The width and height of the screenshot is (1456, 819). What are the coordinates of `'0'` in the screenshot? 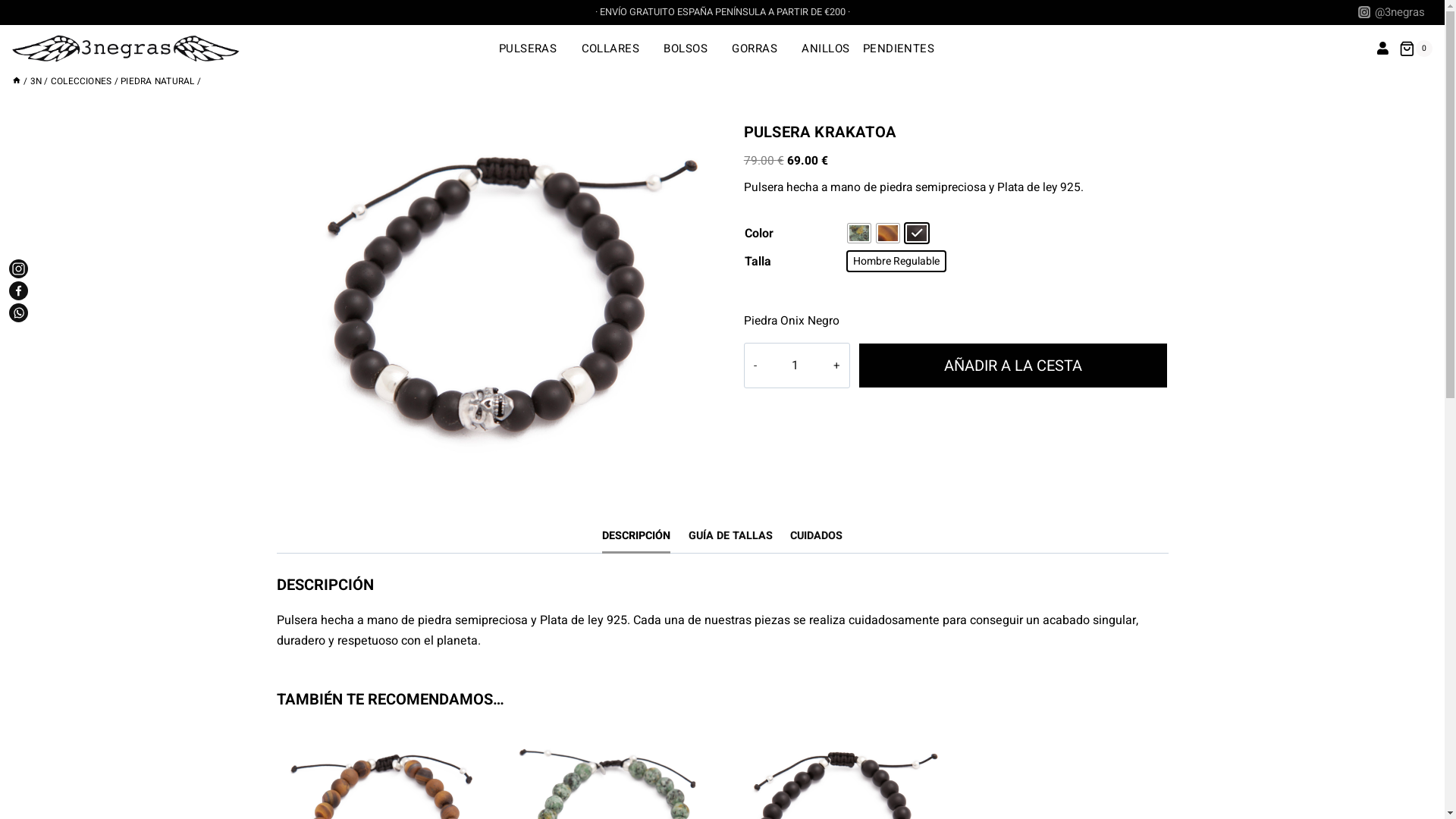 It's located at (1415, 48).